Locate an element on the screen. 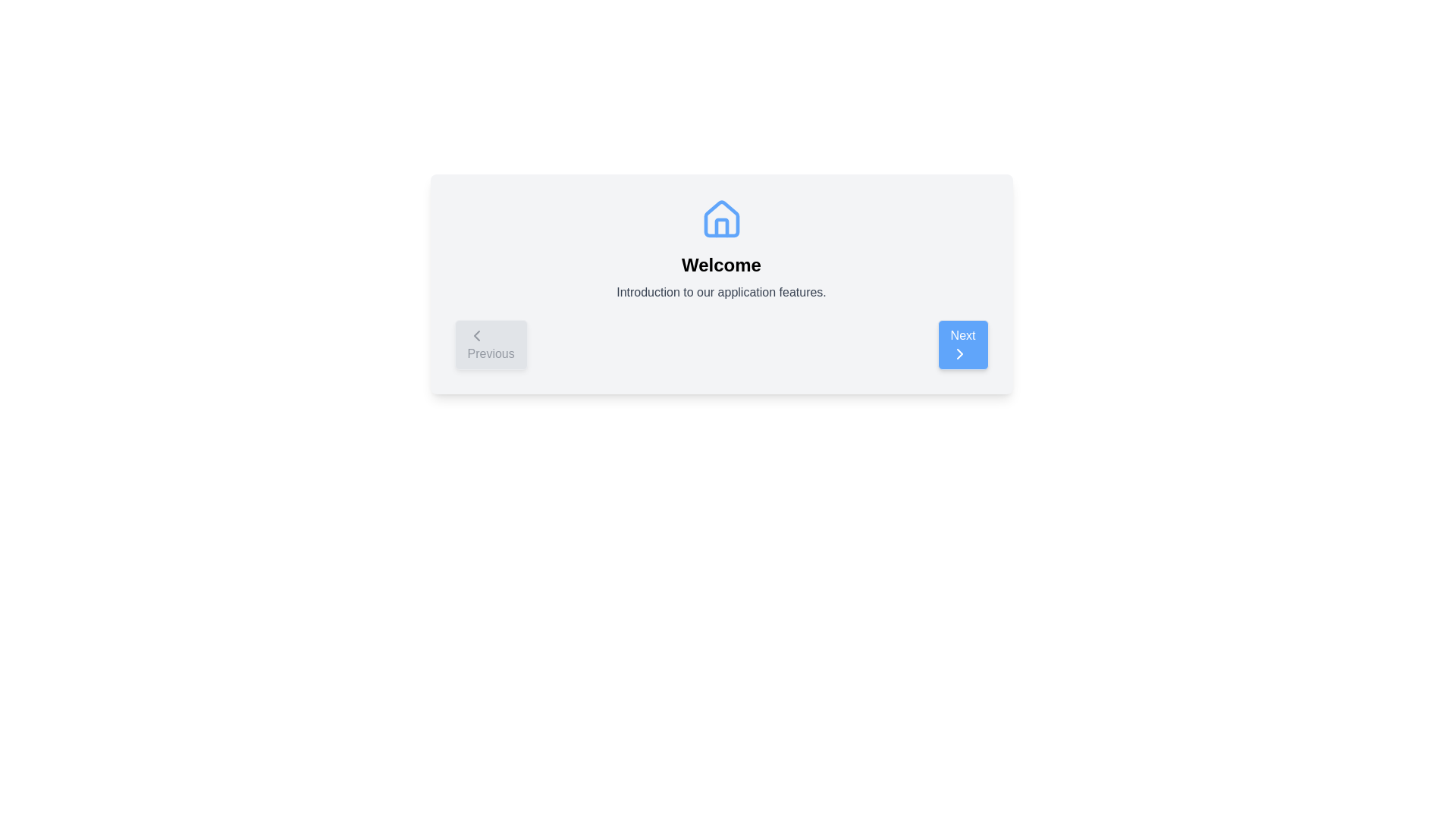 This screenshot has width=1456, height=819. the chevron icon located inside the 'Next' button at the bottom-right corner of the interface is located at coordinates (959, 353).